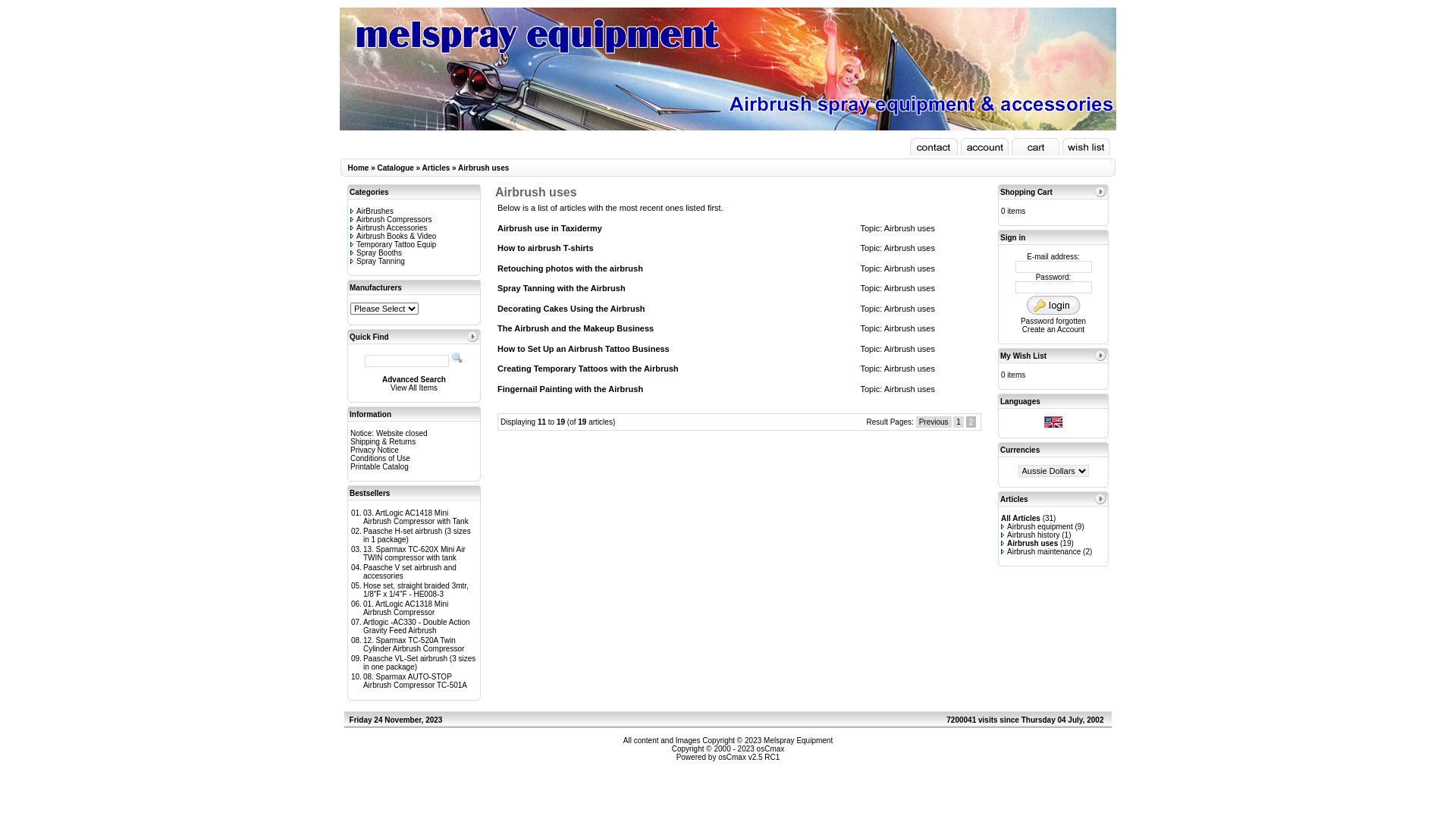  I want to click on 'Airbrush Compressors', so click(391, 219).